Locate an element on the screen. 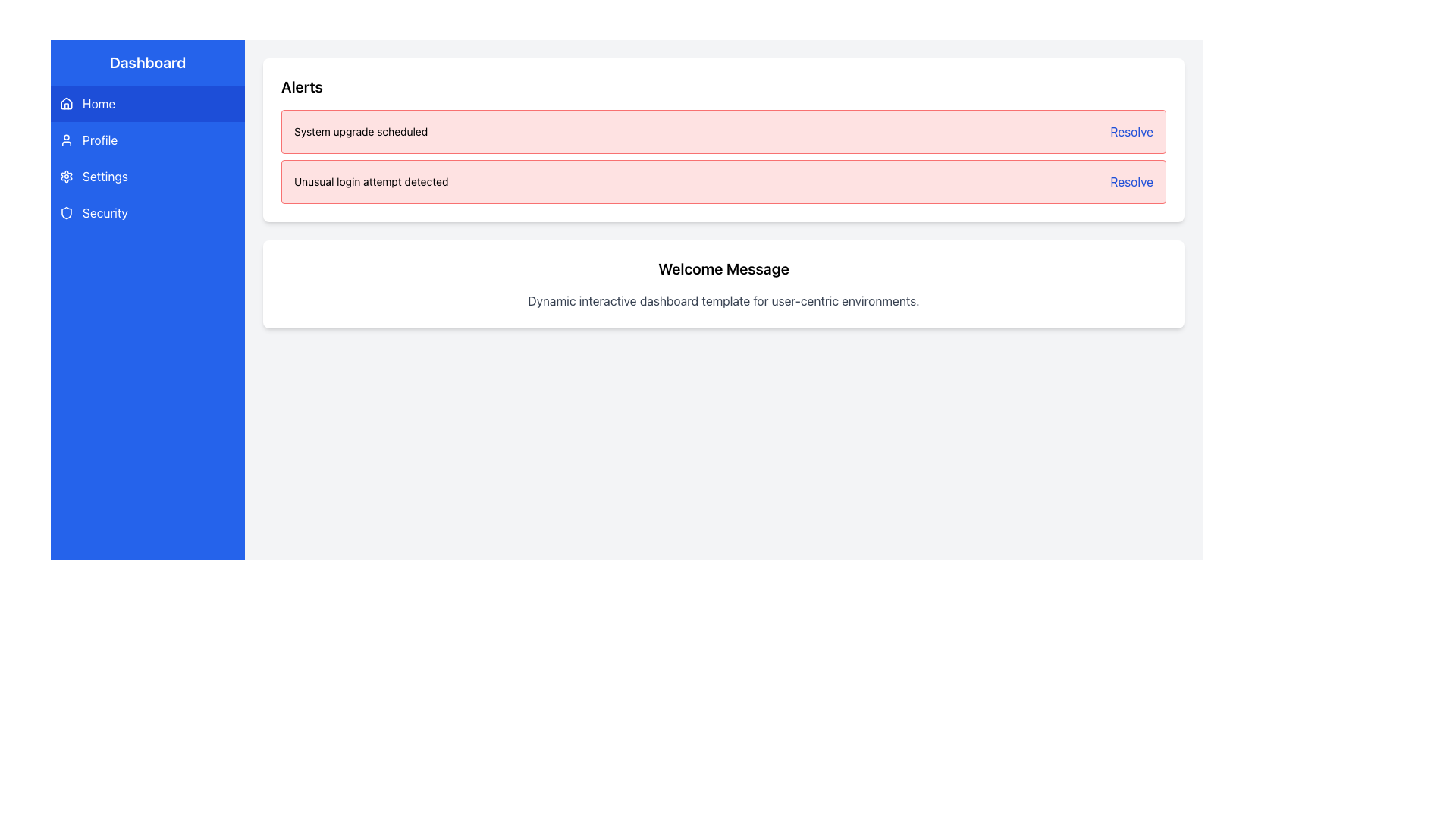 Image resolution: width=1456 pixels, height=819 pixels. the 'Security' button in the vertical navigation menu, which is the fourth item down is located at coordinates (148, 213).